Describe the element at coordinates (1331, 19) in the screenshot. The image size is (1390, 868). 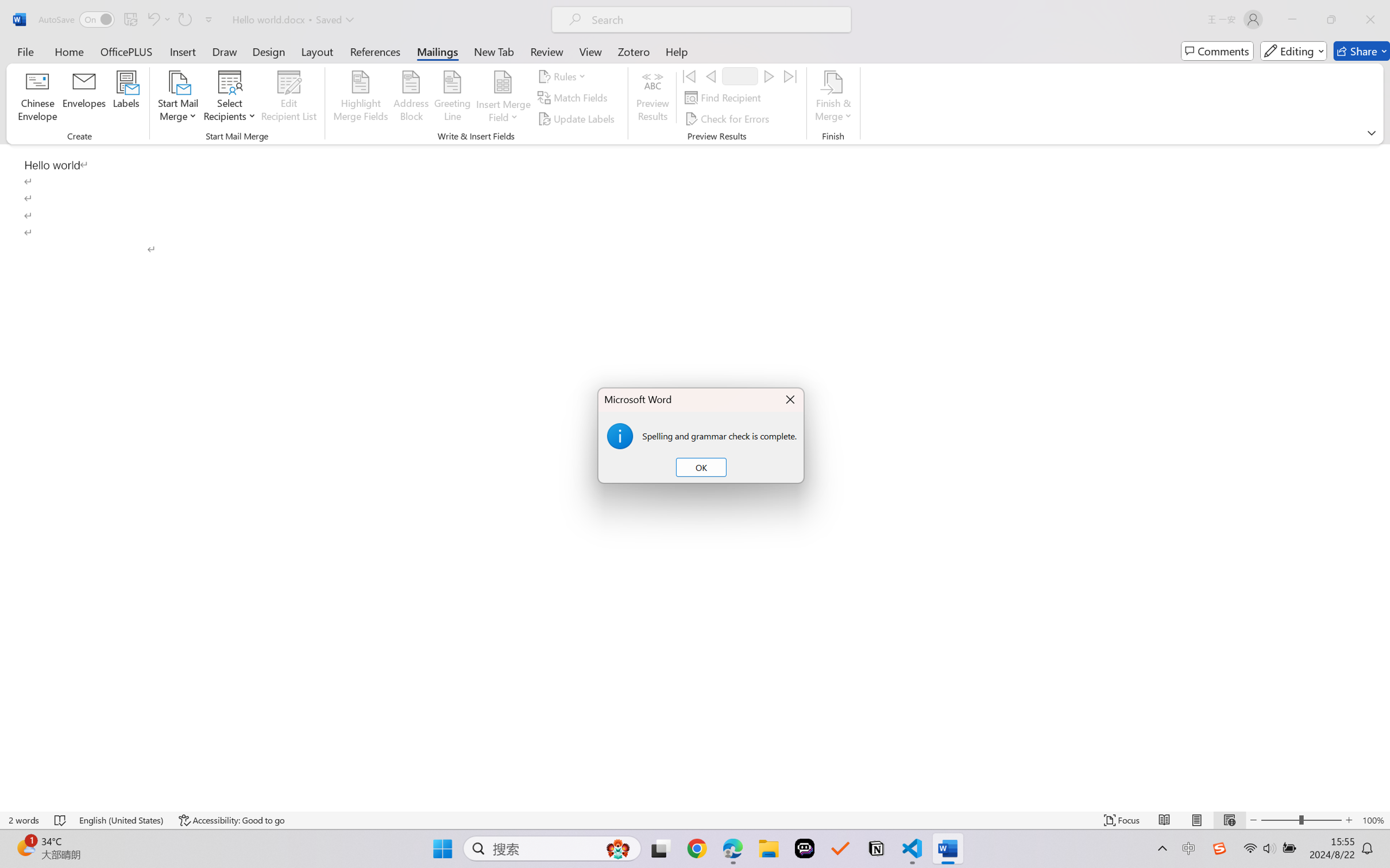
I see `'Restore Down'` at that location.